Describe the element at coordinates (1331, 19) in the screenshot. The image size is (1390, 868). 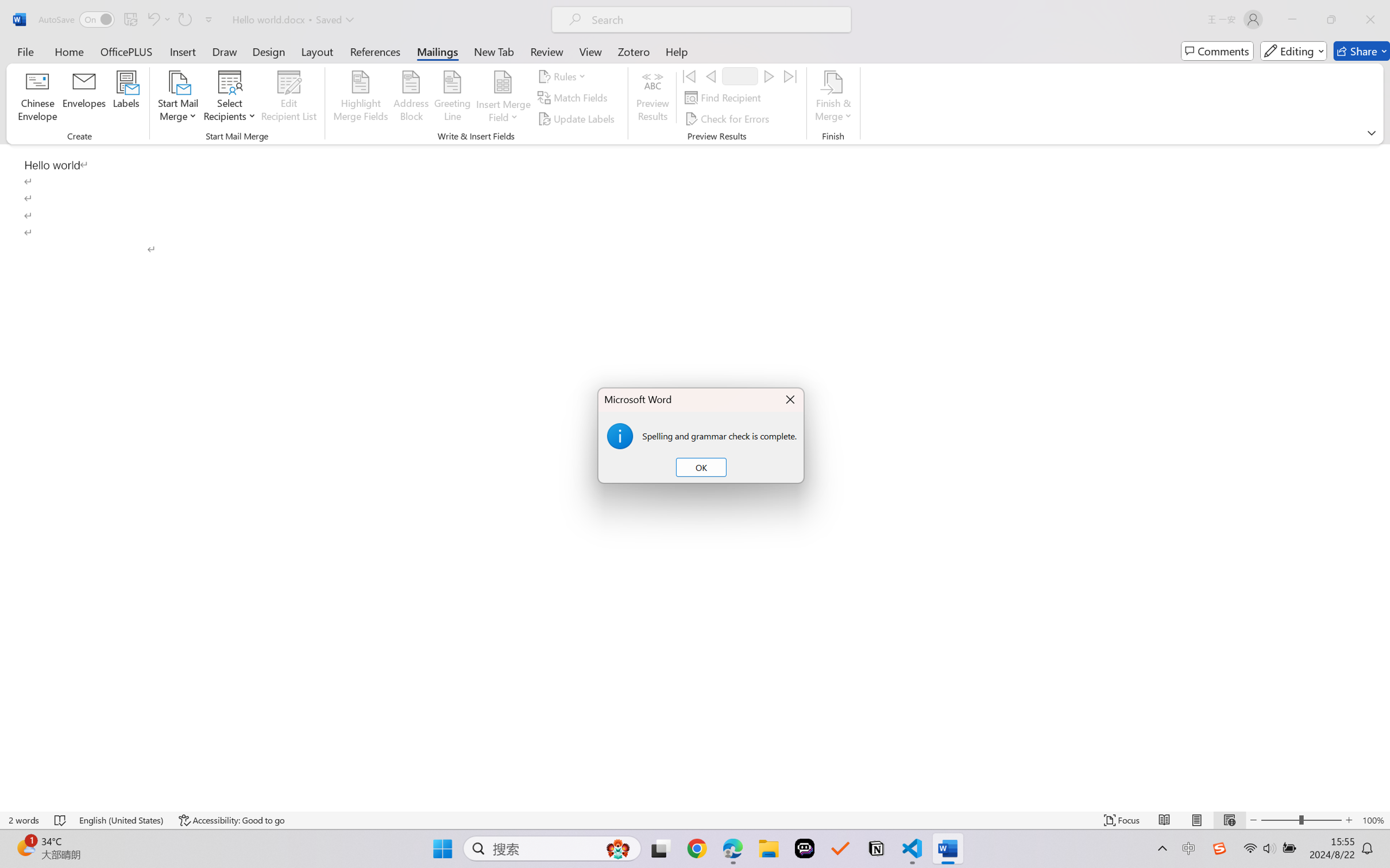
I see `'Restore Down'` at that location.